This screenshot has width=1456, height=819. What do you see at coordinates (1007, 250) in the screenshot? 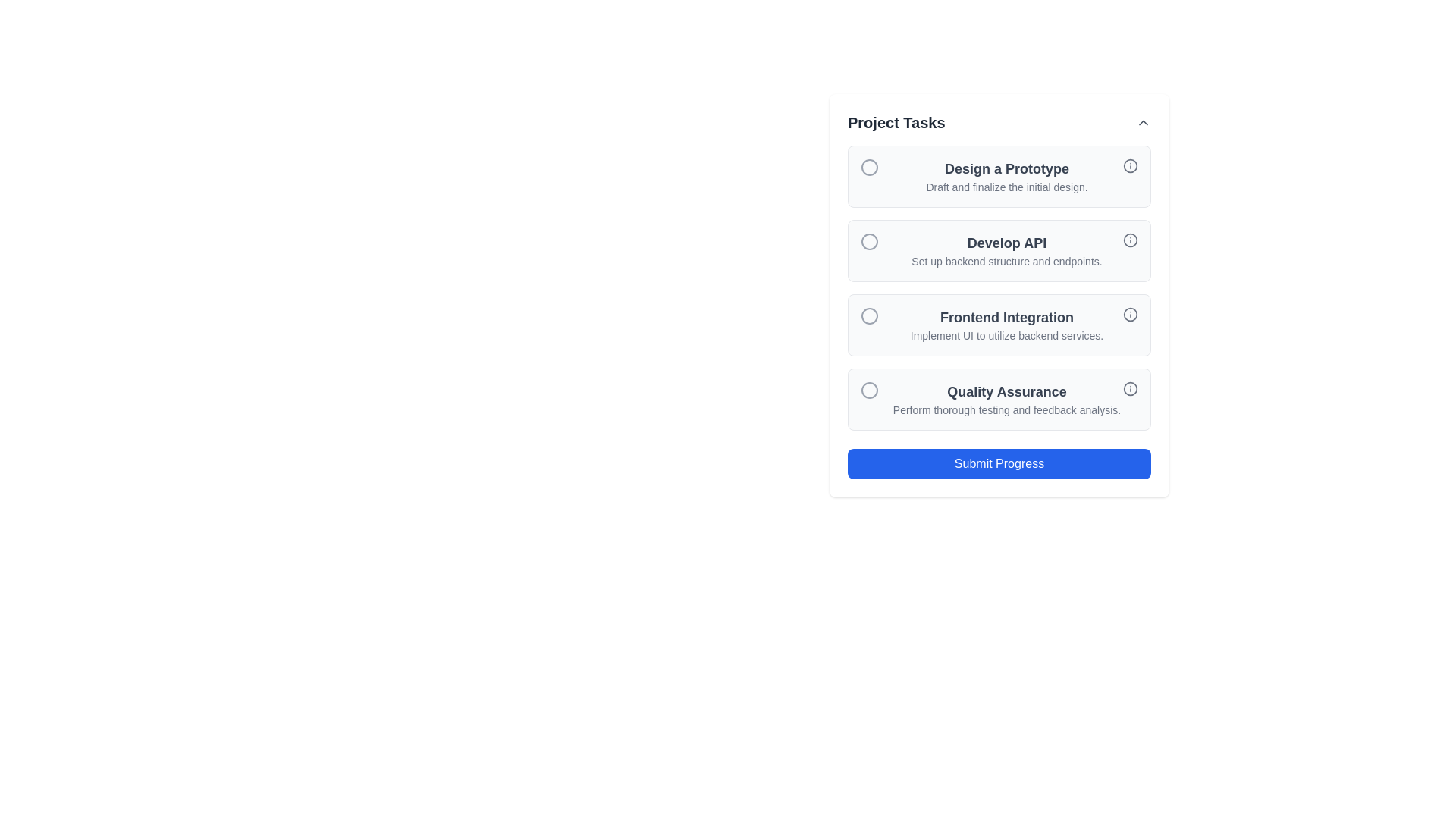
I see `the text section that has a bold header reading 'Develop API' and a smaller sentence 'Set up backend structure and endpoints.'` at bounding box center [1007, 250].